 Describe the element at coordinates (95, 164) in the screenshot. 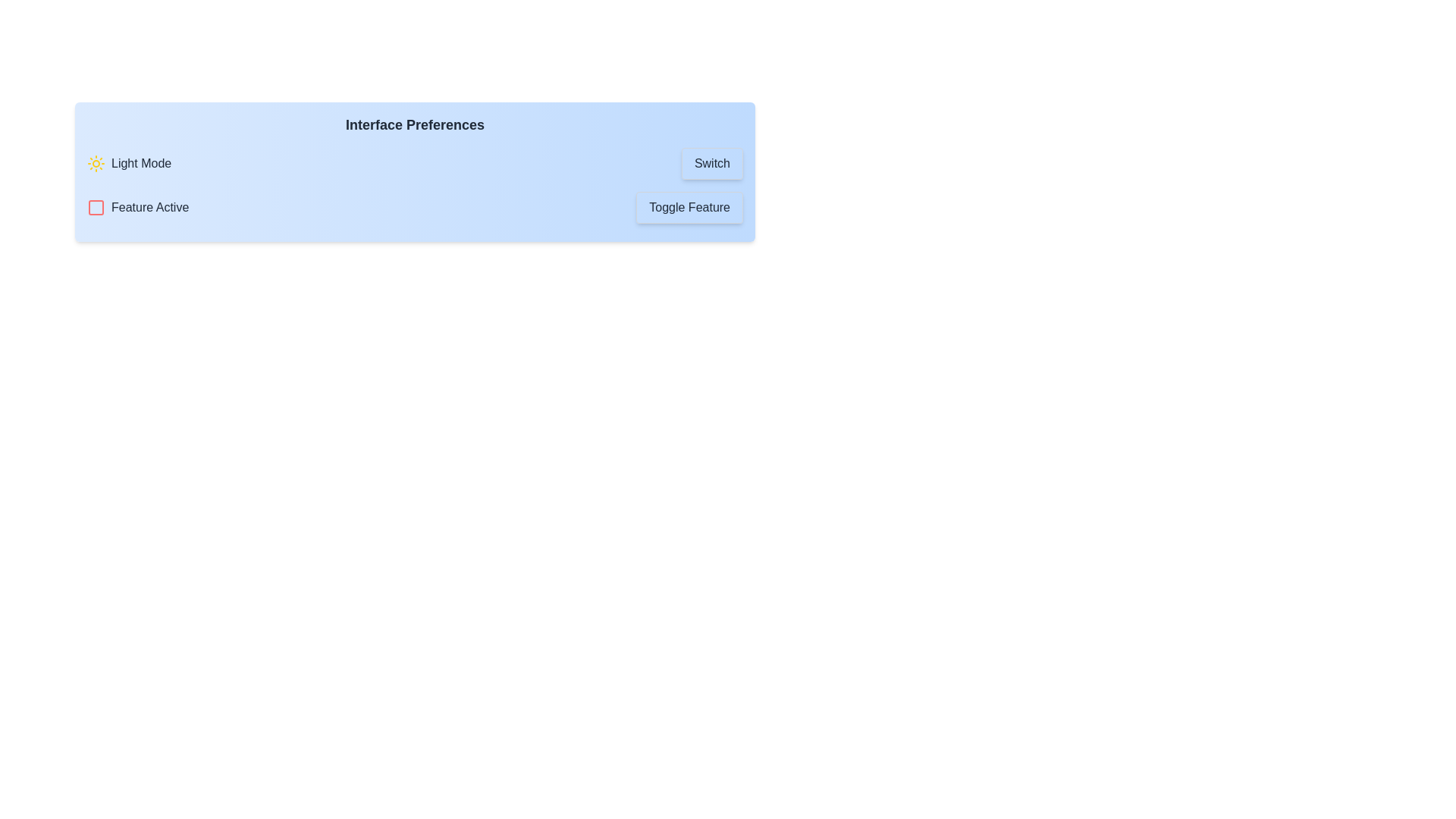

I see `the 'Light Mode' icon located to the left of the 'Light Mode' text in the upper-left section of the user interface settings` at that location.